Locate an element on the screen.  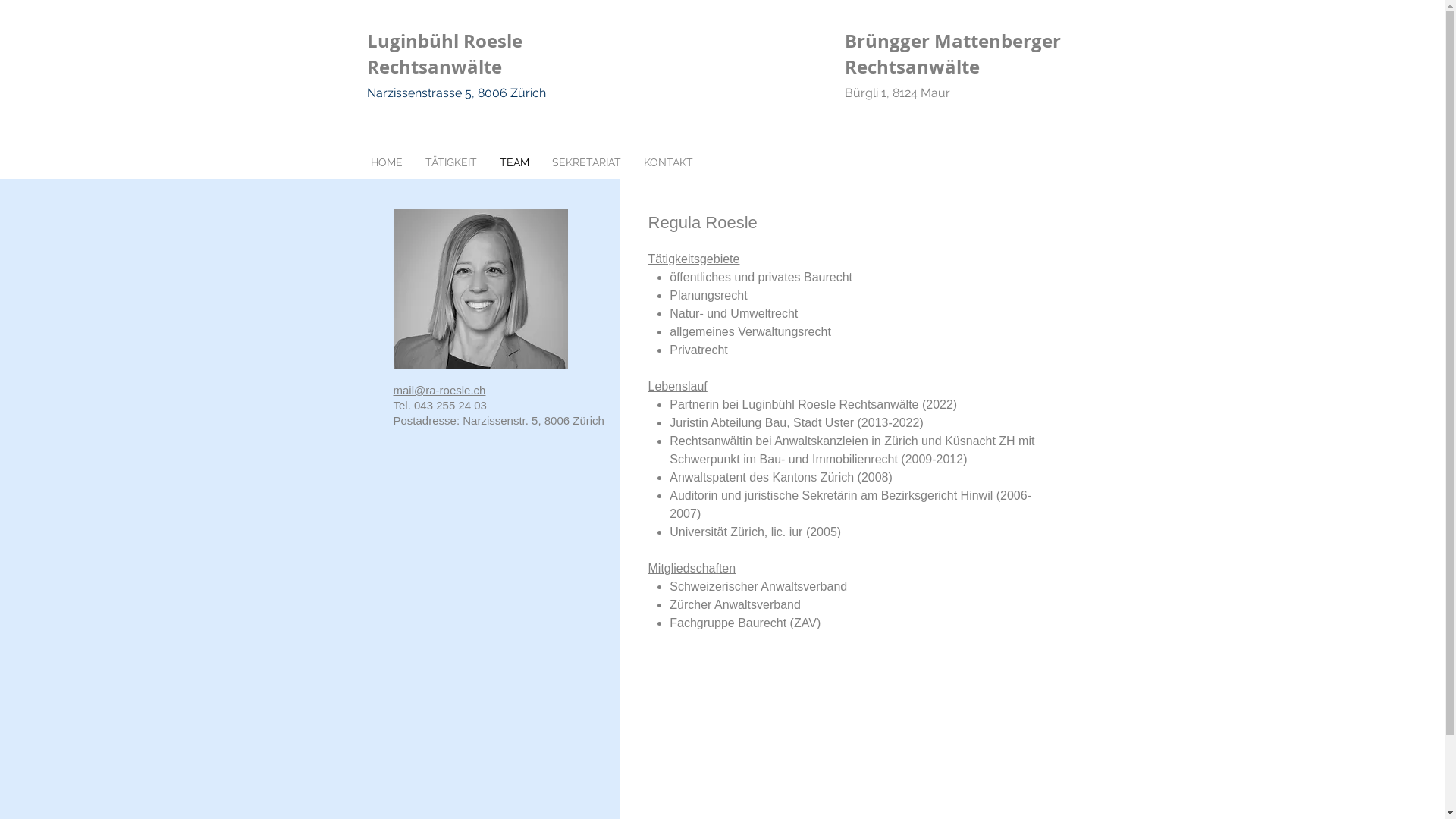
'HOME' is located at coordinates (386, 162).